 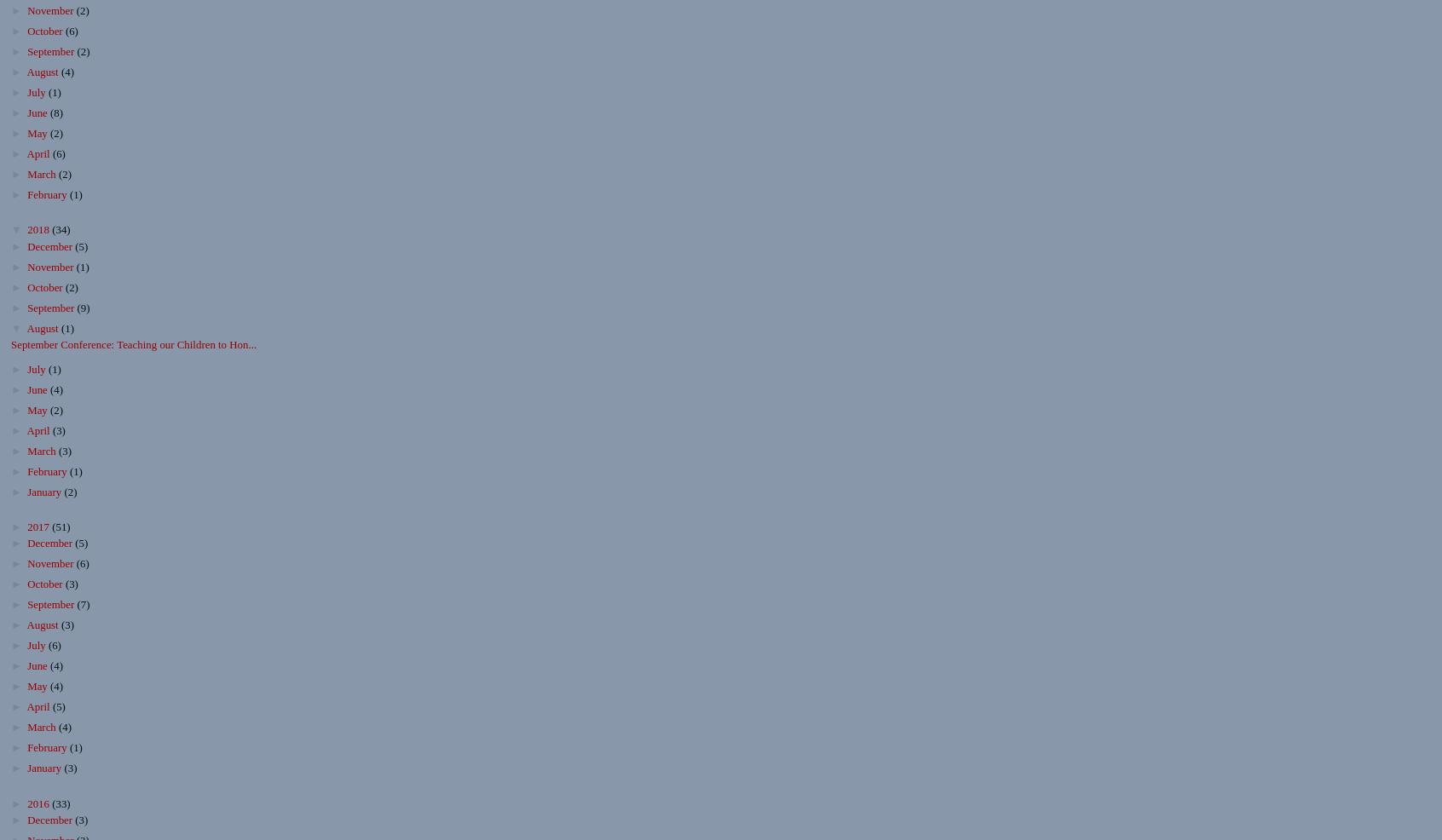 What do you see at coordinates (60, 526) in the screenshot?
I see `'(51)'` at bounding box center [60, 526].